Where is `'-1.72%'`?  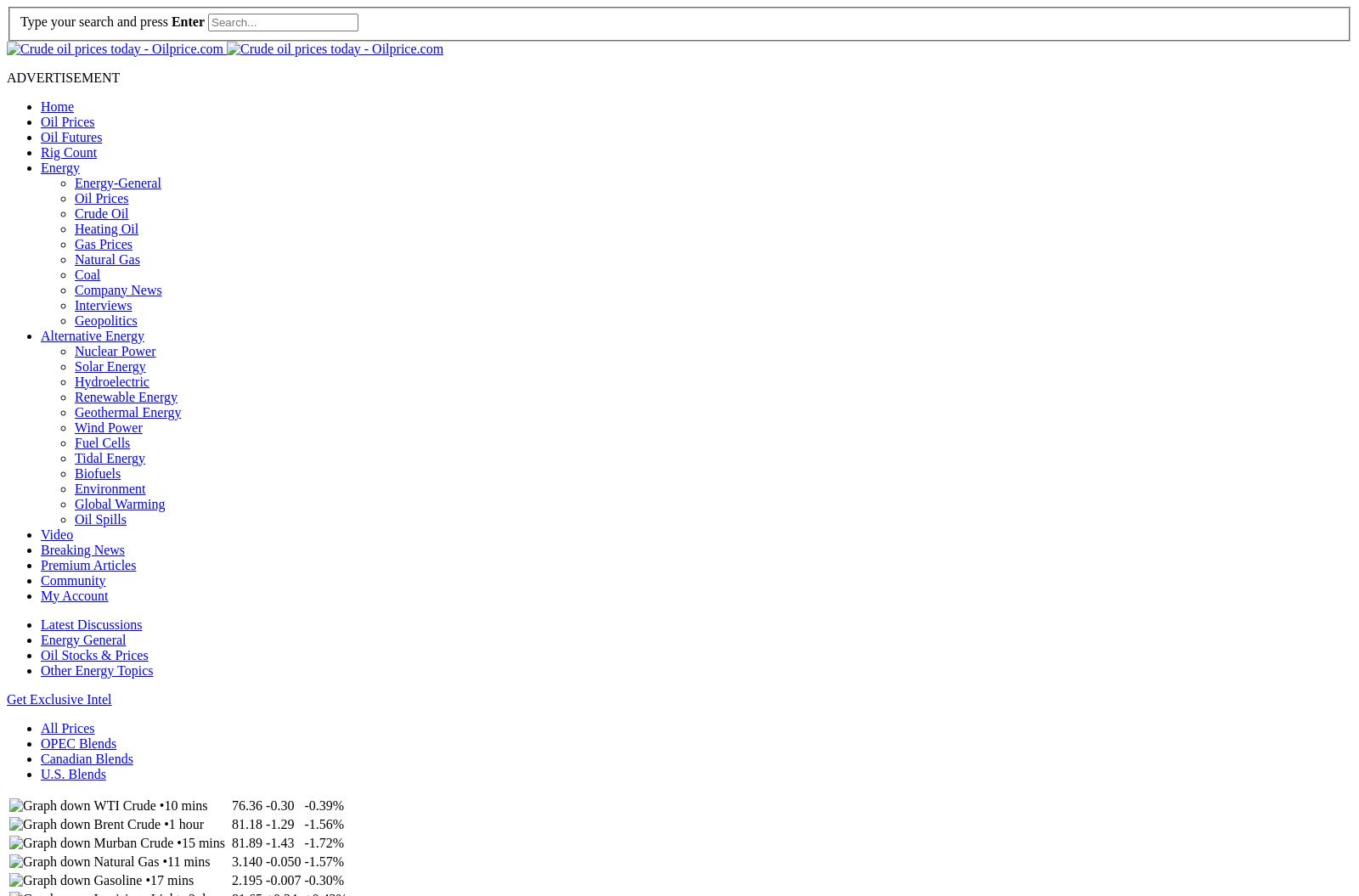
'-1.72%' is located at coordinates (324, 842).